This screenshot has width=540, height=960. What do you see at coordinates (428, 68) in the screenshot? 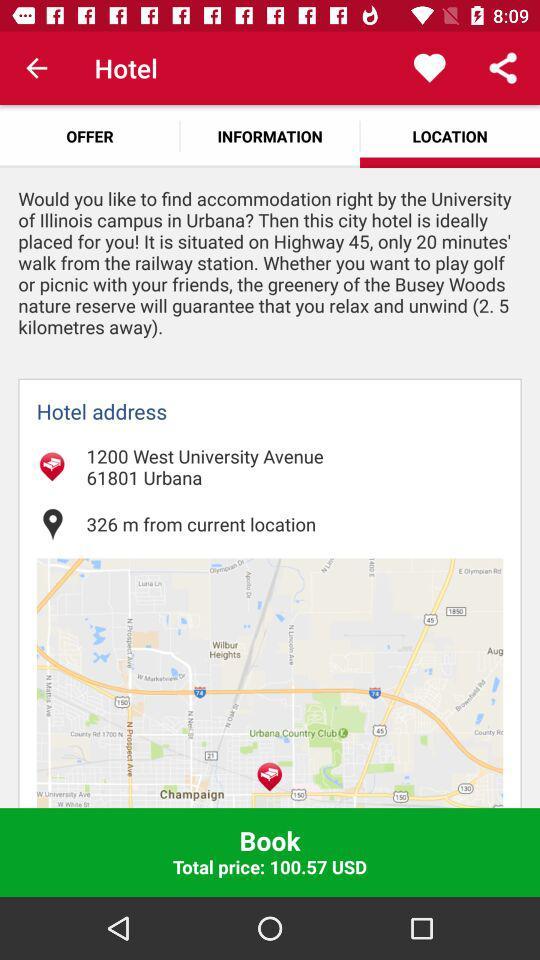
I see `the app above location app` at bounding box center [428, 68].